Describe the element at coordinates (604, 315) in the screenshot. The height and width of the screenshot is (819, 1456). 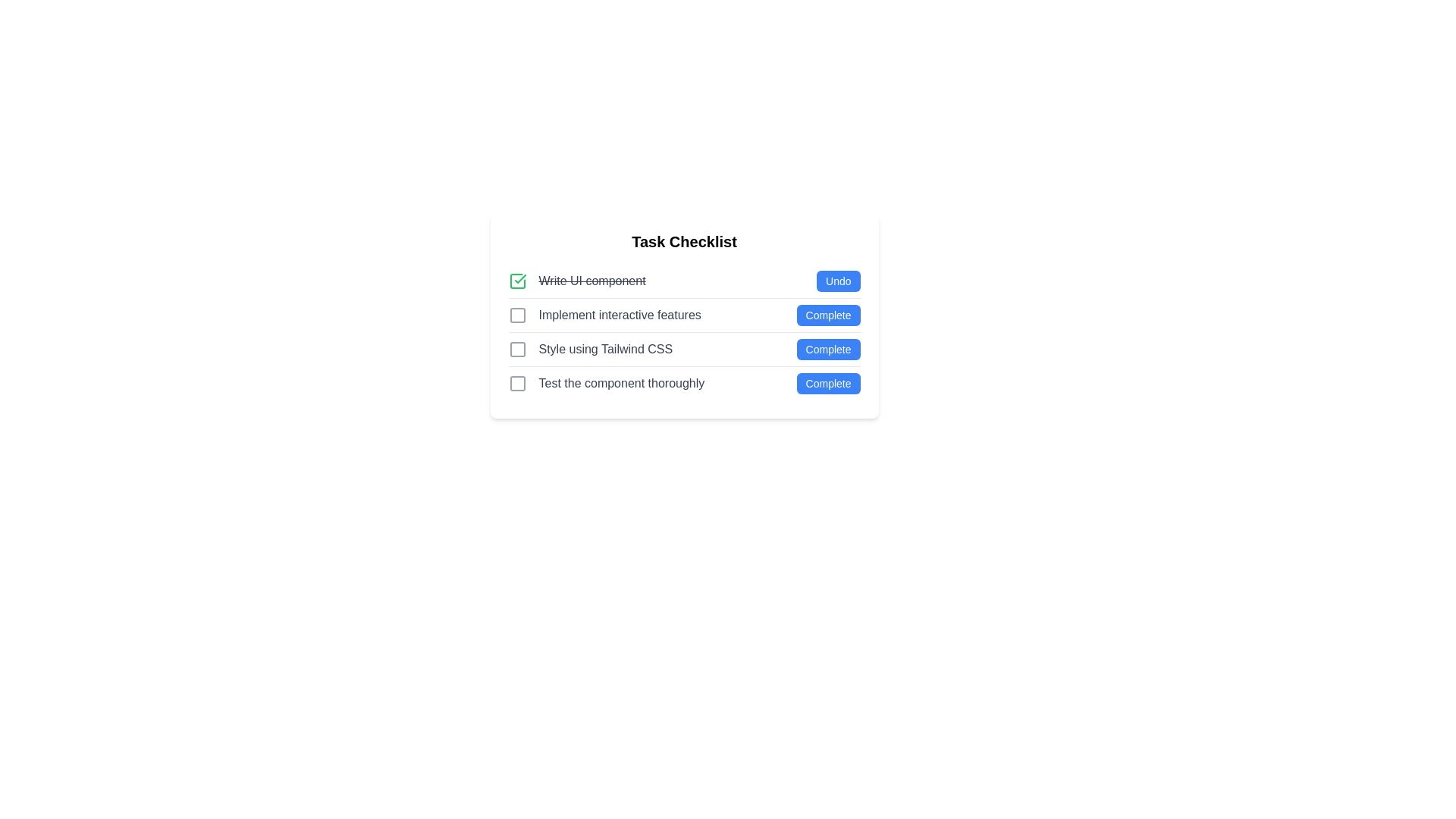
I see `the checkbox associated with the checklist item labeled 'Implement interactive features' to mark it as done` at that location.